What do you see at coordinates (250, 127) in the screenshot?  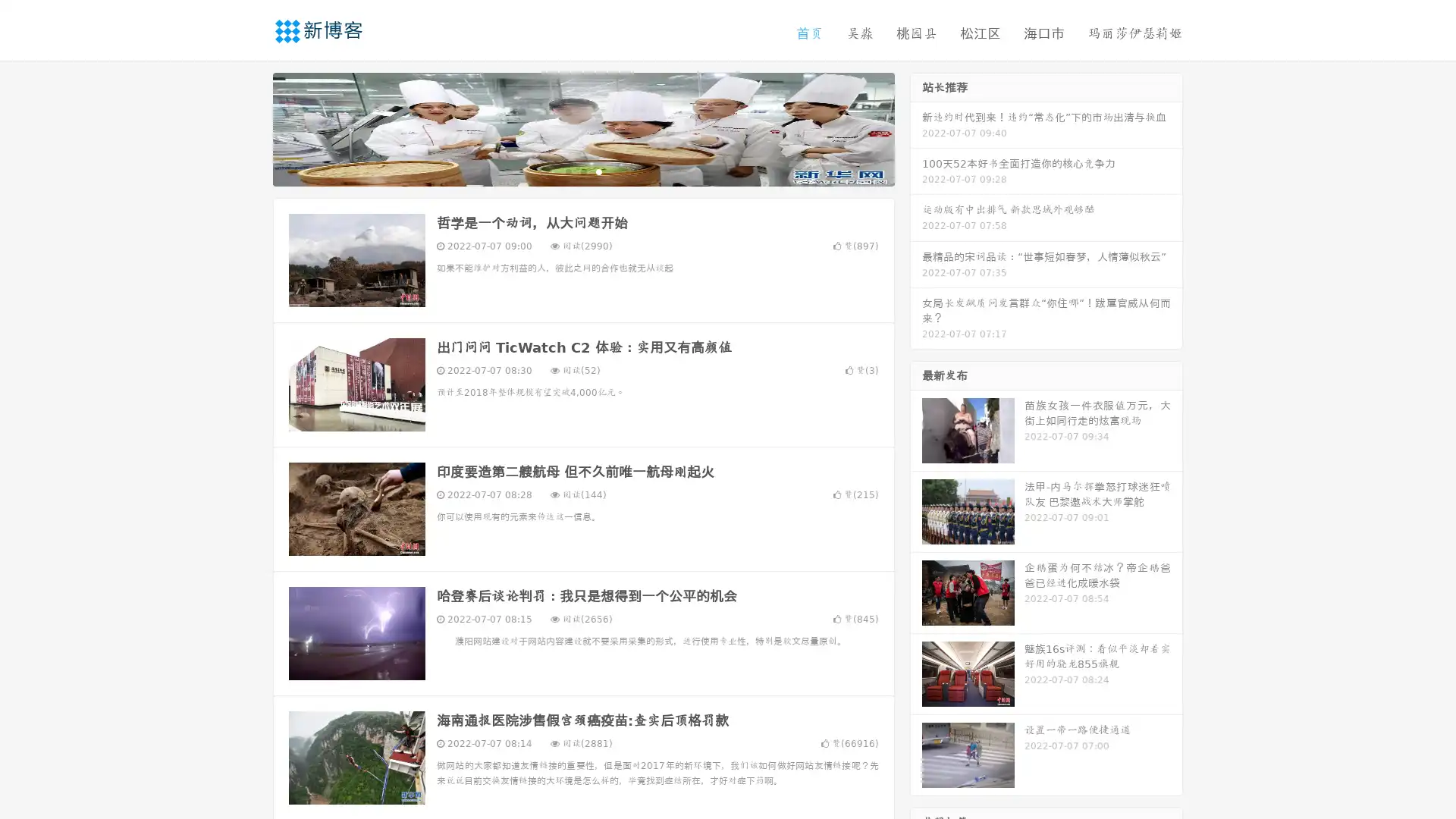 I see `Previous slide` at bounding box center [250, 127].